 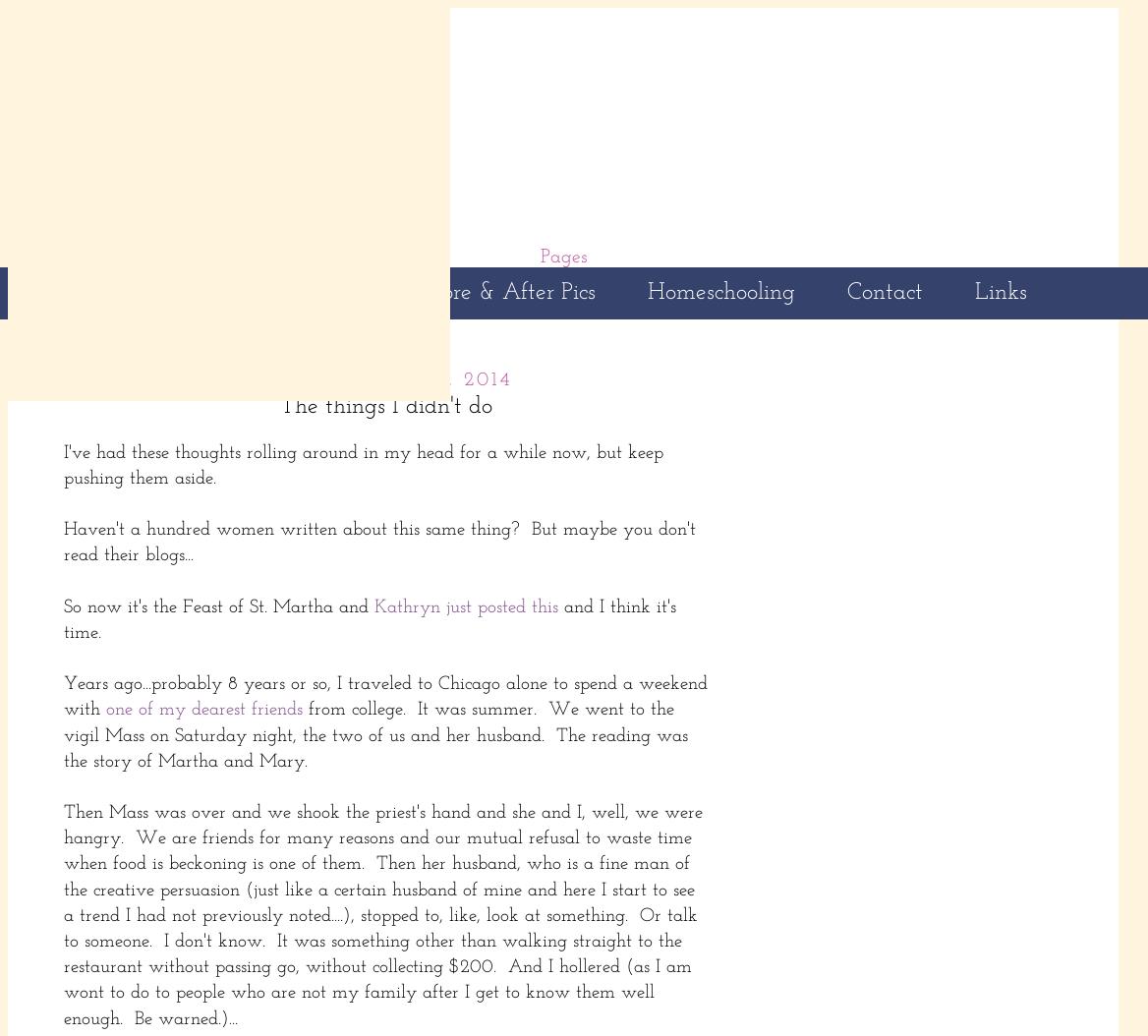 I want to click on 'Before & After Pics', so click(x=502, y=291).